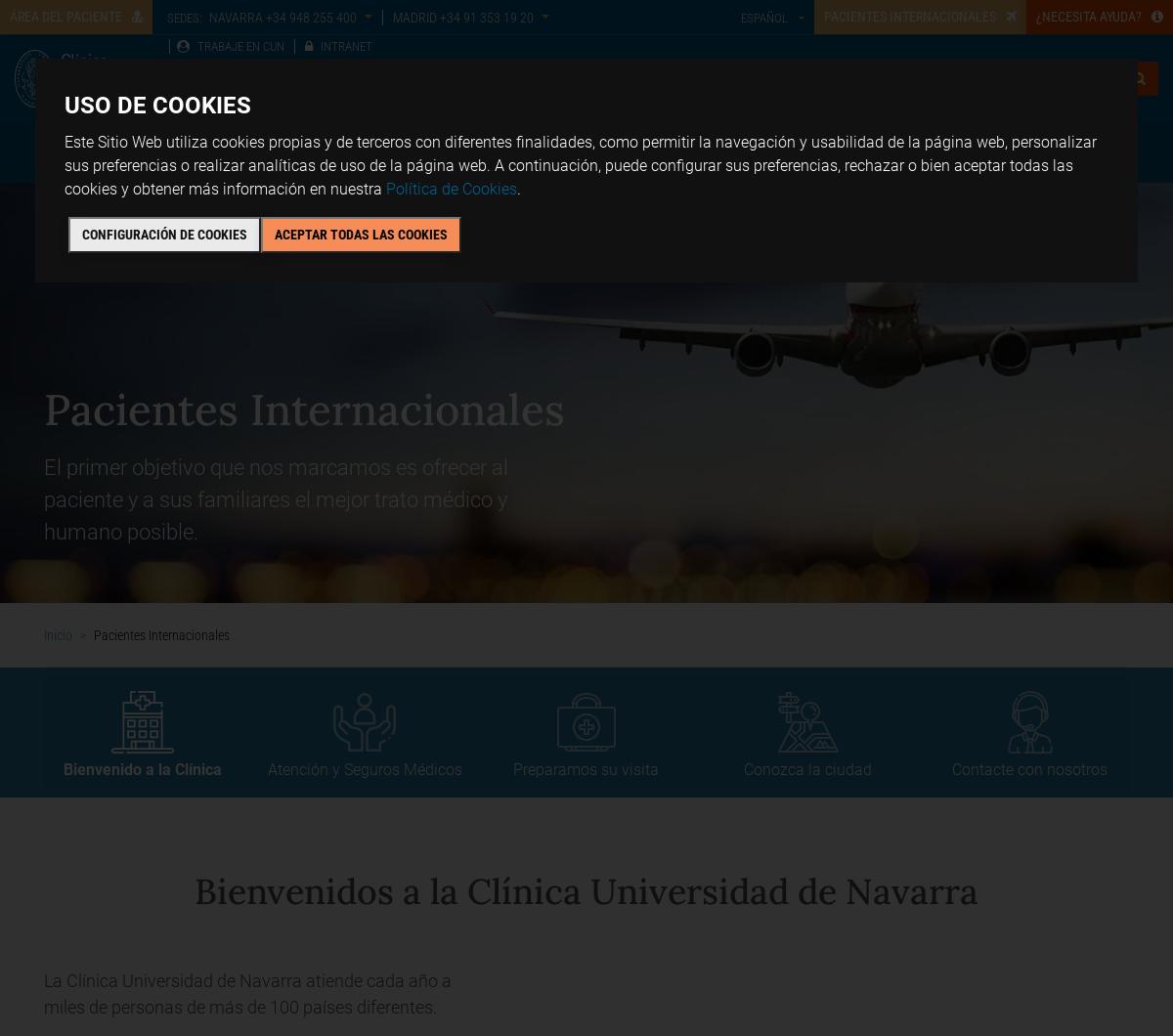  What do you see at coordinates (143, 768) in the screenshot?
I see `'Bienvenido a la Clínica'` at bounding box center [143, 768].